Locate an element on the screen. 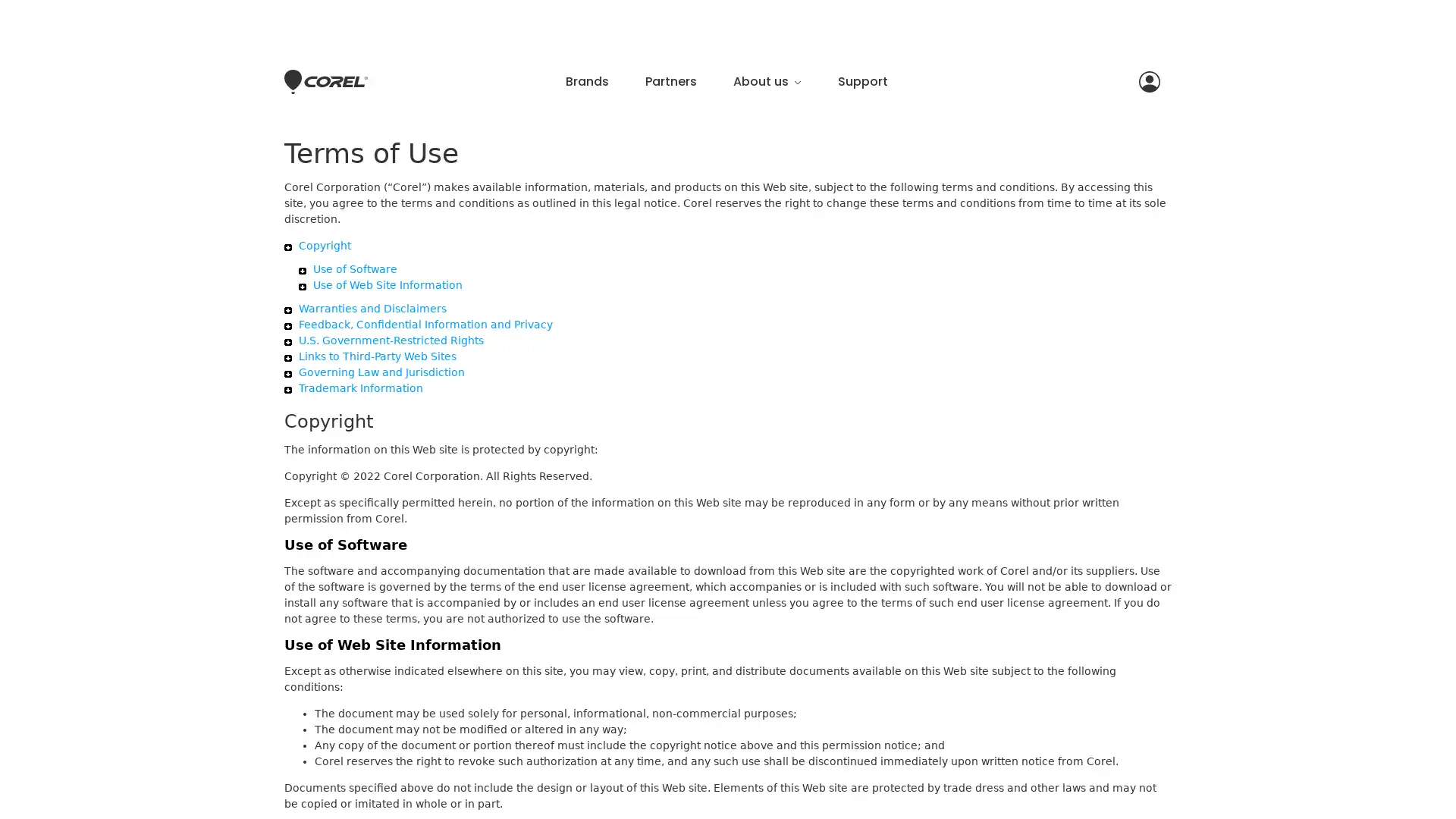  Close is located at coordinates (1430, 772).